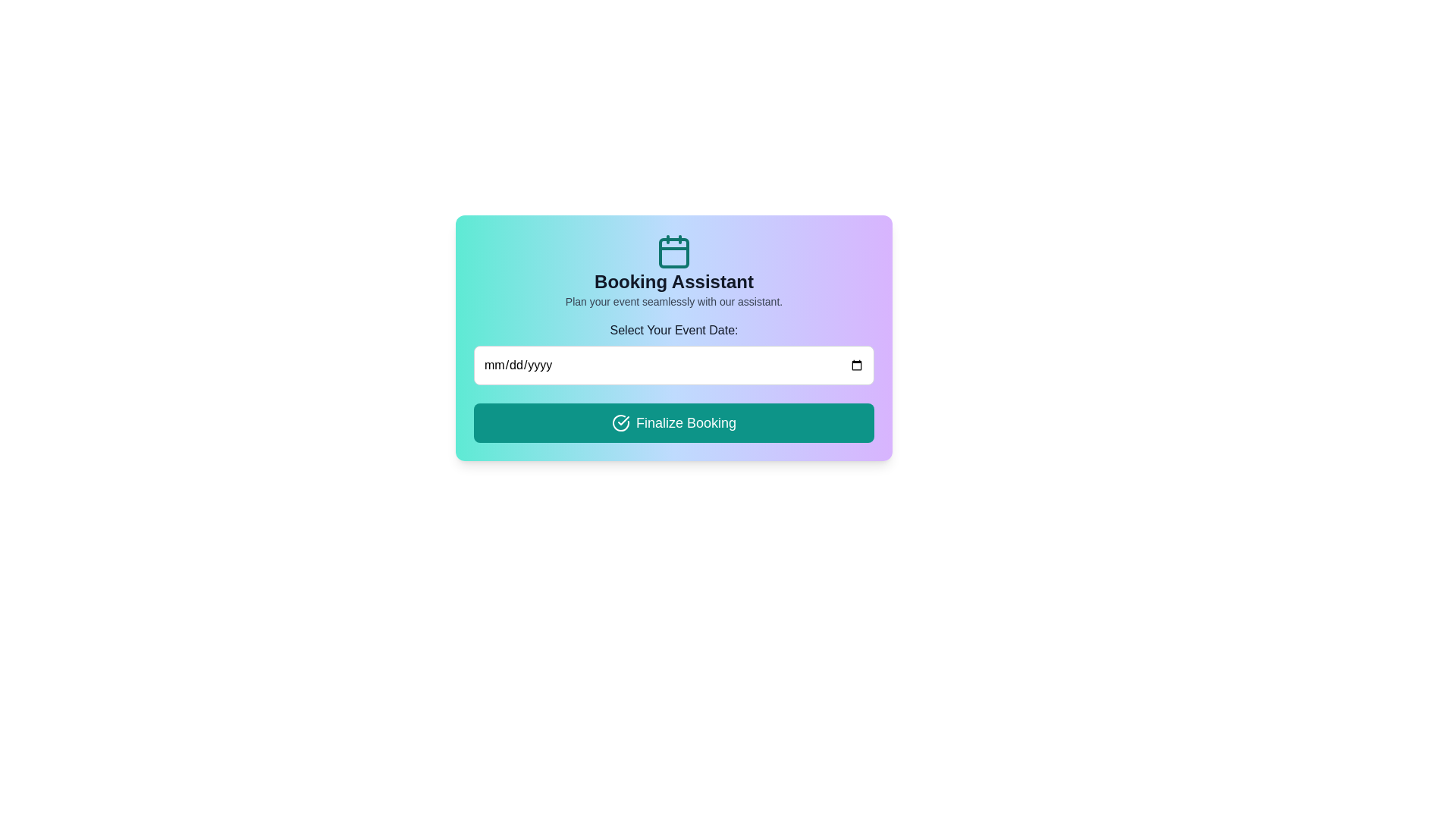 This screenshot has height=819, width=1456. I want to click on the calendar SVG icon element located centrally above the 'Booking Assistant' text, which is part of the Booking Assistant feature, so click(673, 250).